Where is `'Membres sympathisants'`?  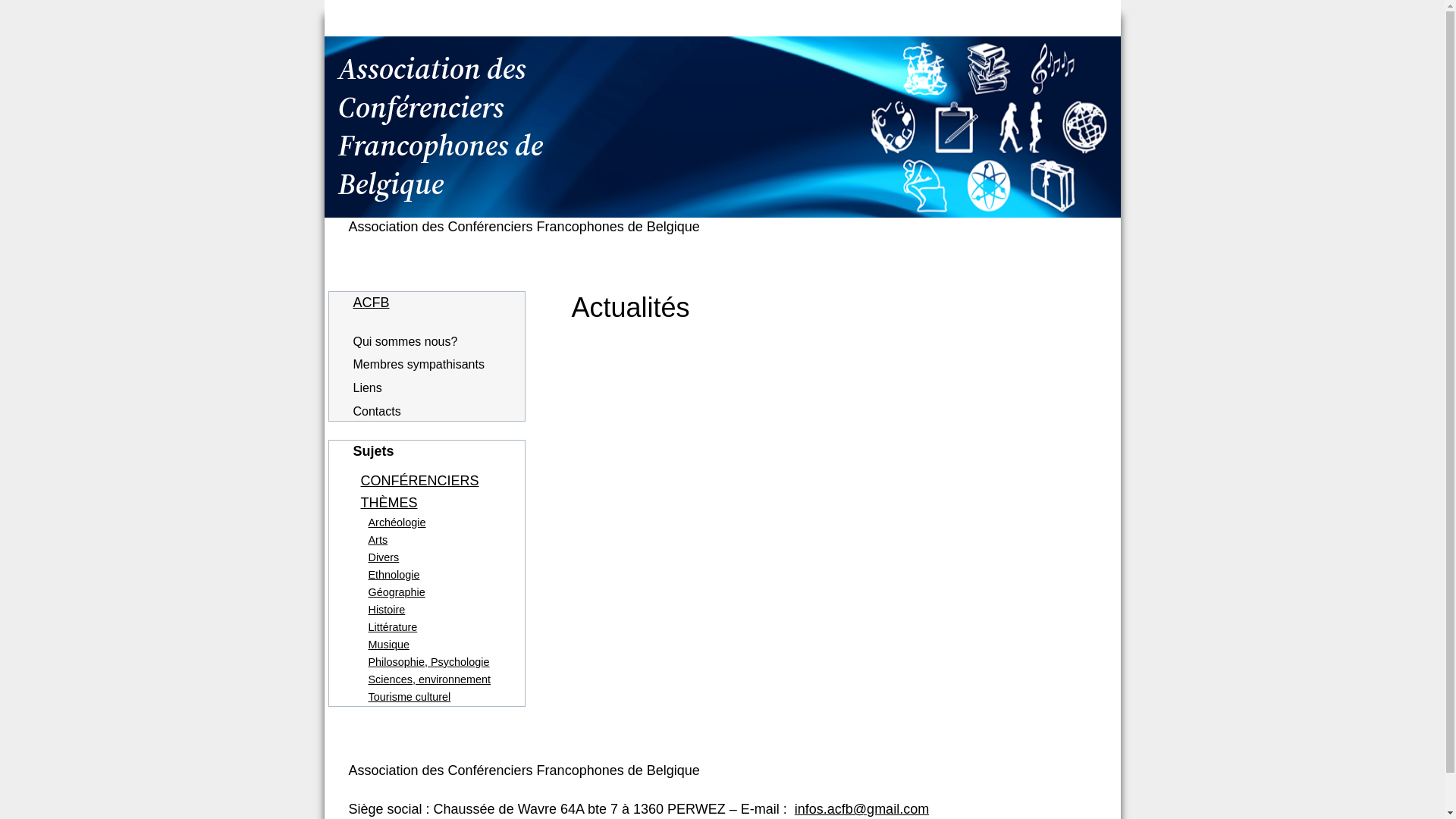 'Membres sympathisants' is located at coordinates (352, 365).